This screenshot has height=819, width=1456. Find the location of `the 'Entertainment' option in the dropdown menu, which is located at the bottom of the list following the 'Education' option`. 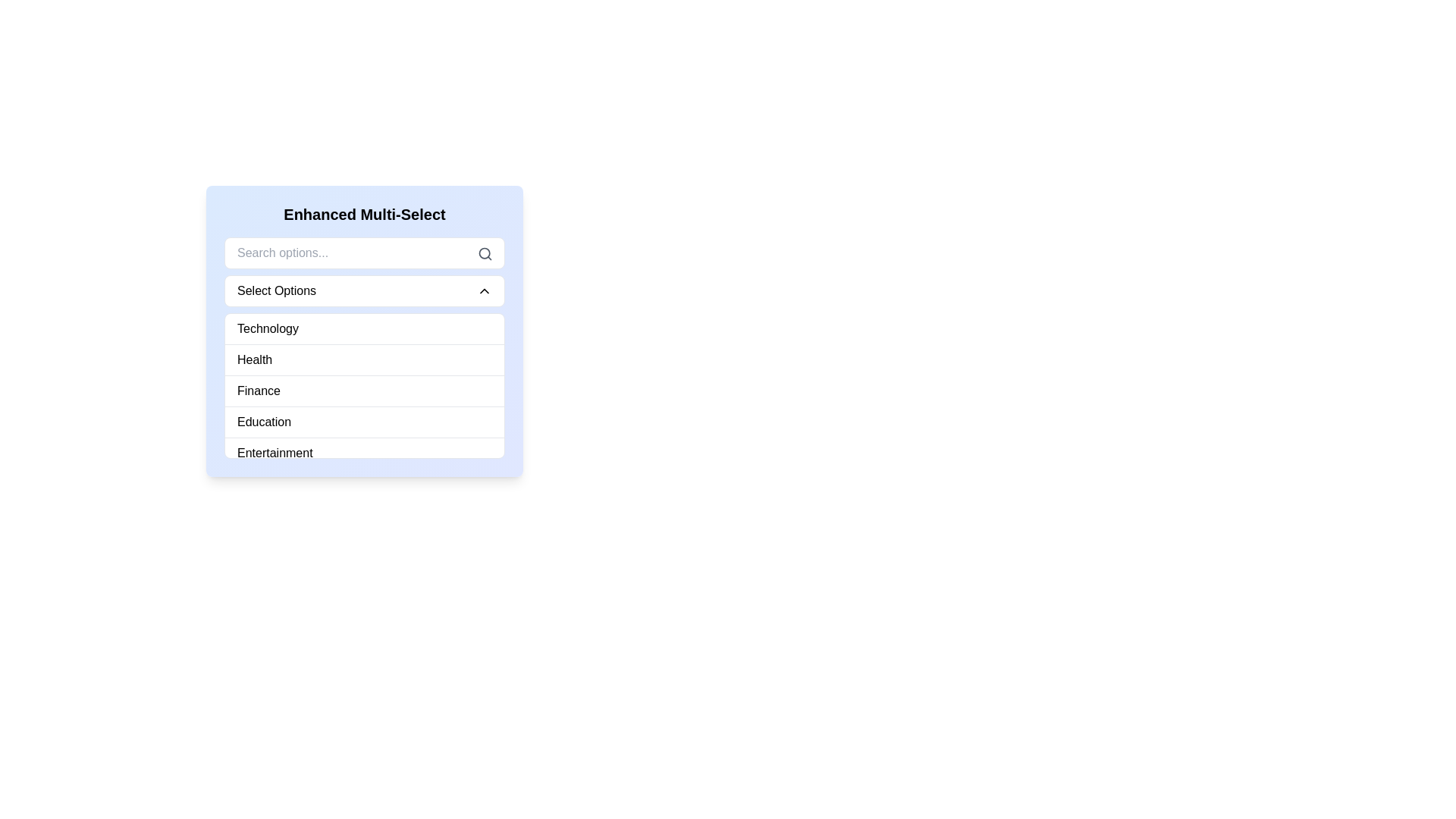

the 'Entertainment' option in the dropdown menu, which is located at the bottom of the list following the 'Education' option is located at coordinates (275, 452).